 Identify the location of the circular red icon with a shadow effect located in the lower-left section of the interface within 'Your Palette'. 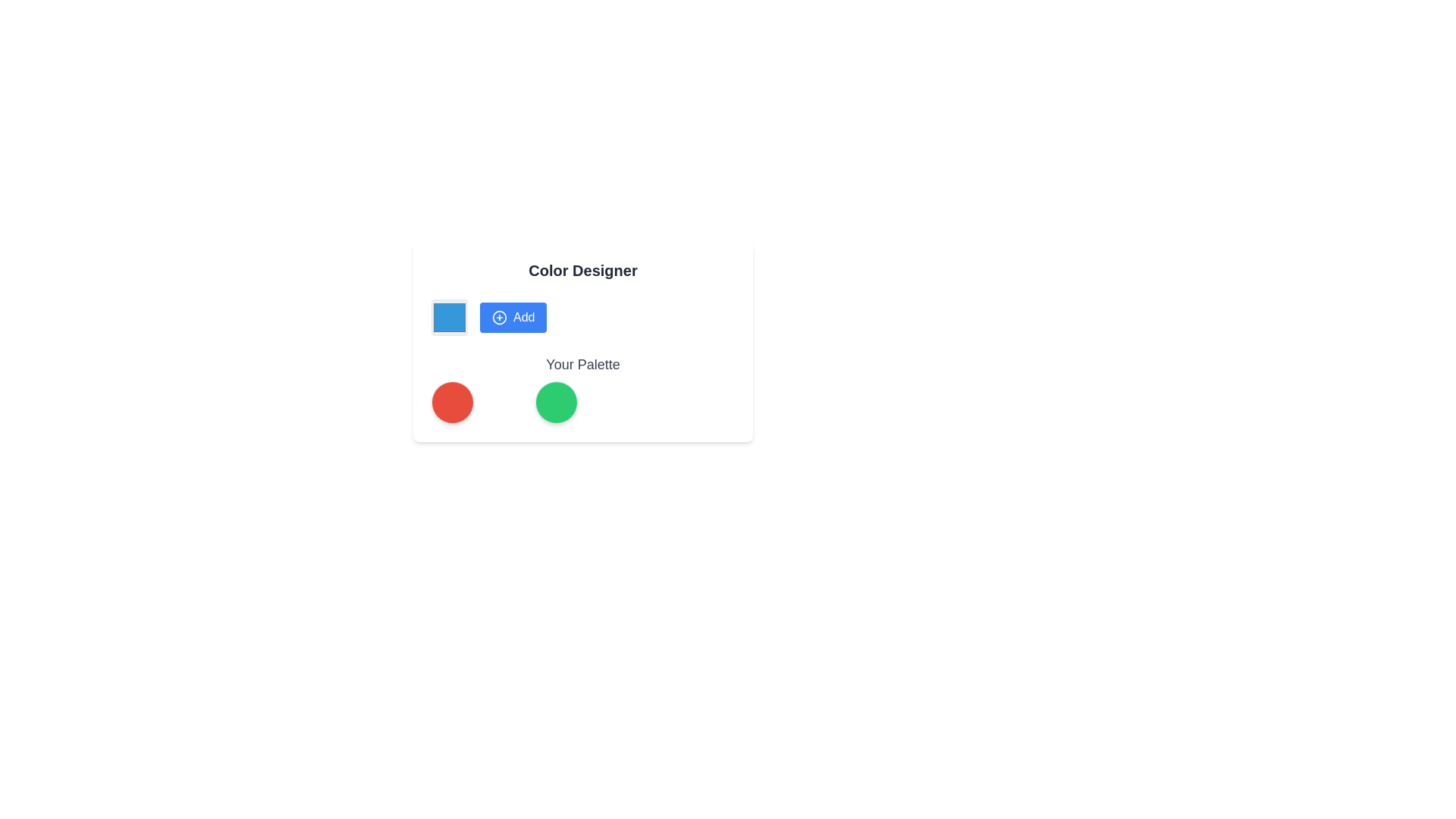
(451, 402).